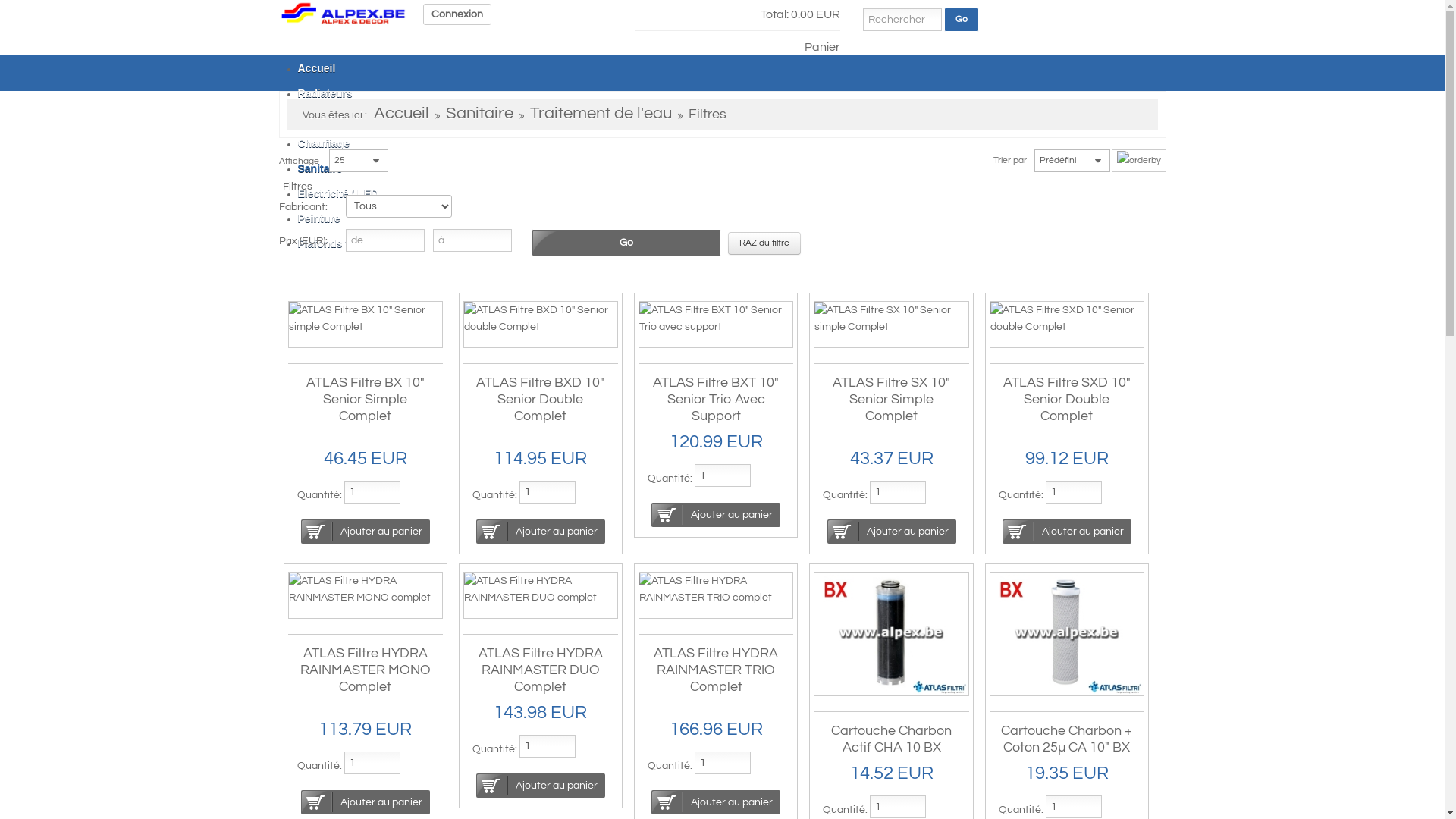  Describe the element at coordinates (715, 588) in the screenshot. I see `'ATLAS Filtre HYDRA RAINMASTER TRIO complet'` at that location.